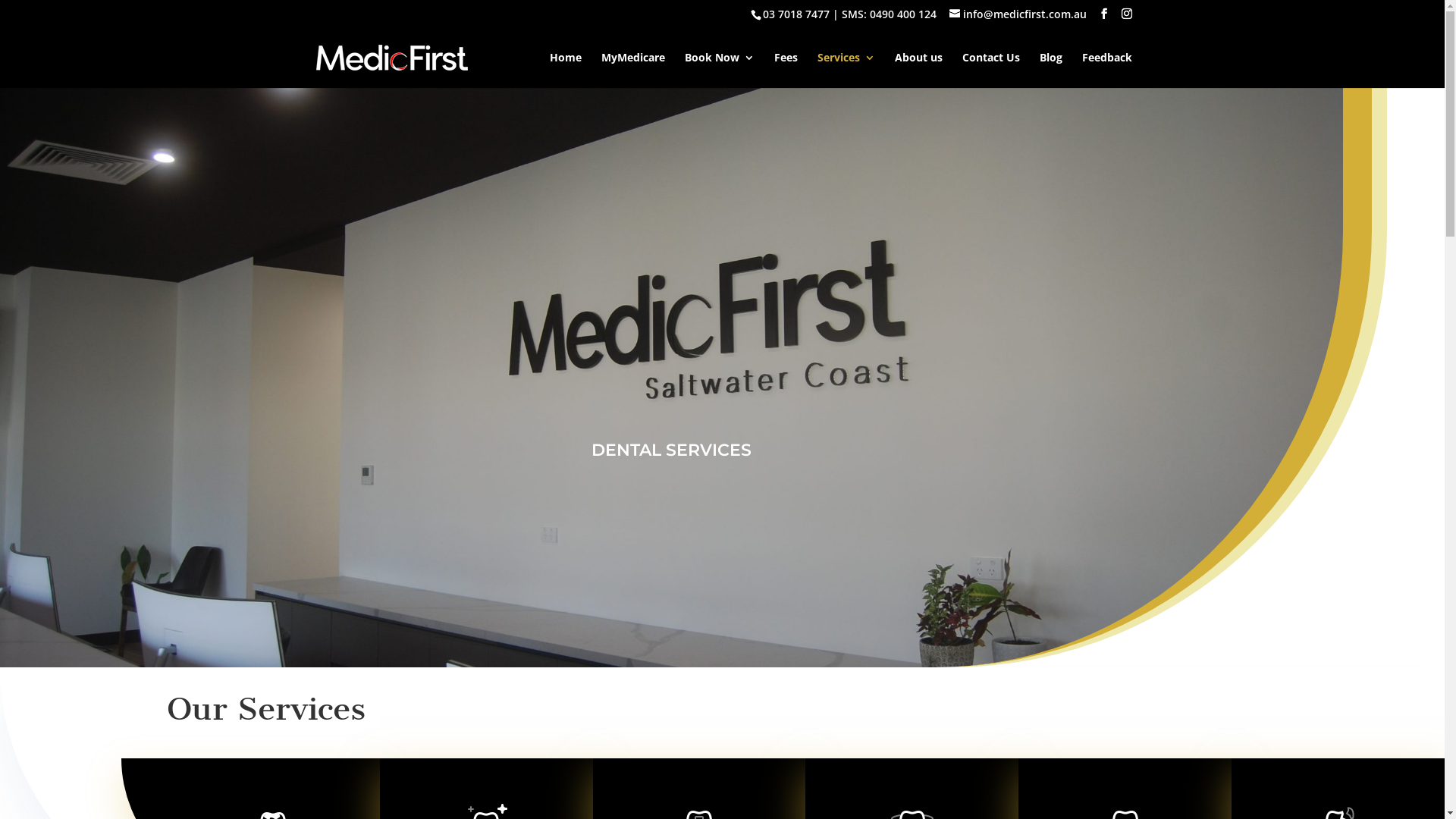 The image size is (1456, 819). I want to click on 'info@medicfirst.com.au', so click(1018, 13).